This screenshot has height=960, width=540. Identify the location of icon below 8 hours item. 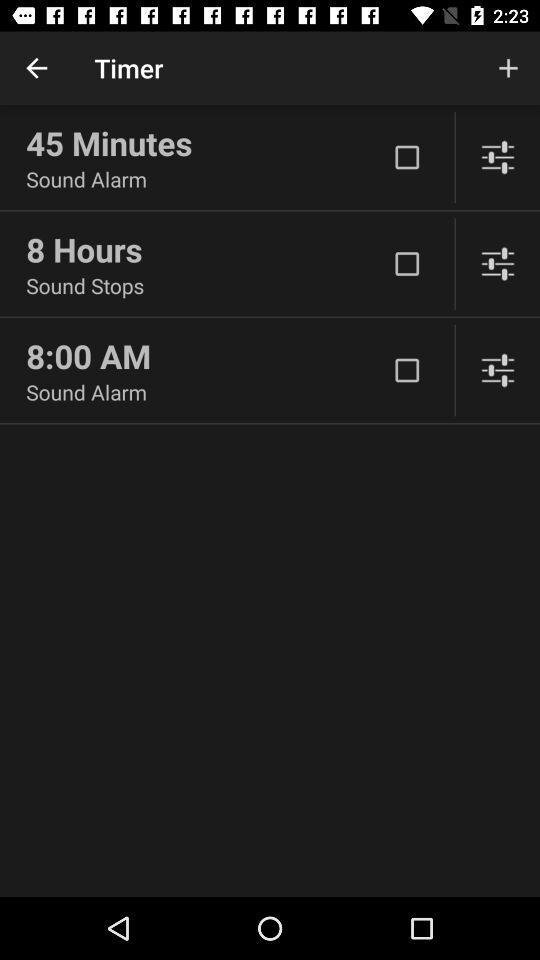
(205, 284).